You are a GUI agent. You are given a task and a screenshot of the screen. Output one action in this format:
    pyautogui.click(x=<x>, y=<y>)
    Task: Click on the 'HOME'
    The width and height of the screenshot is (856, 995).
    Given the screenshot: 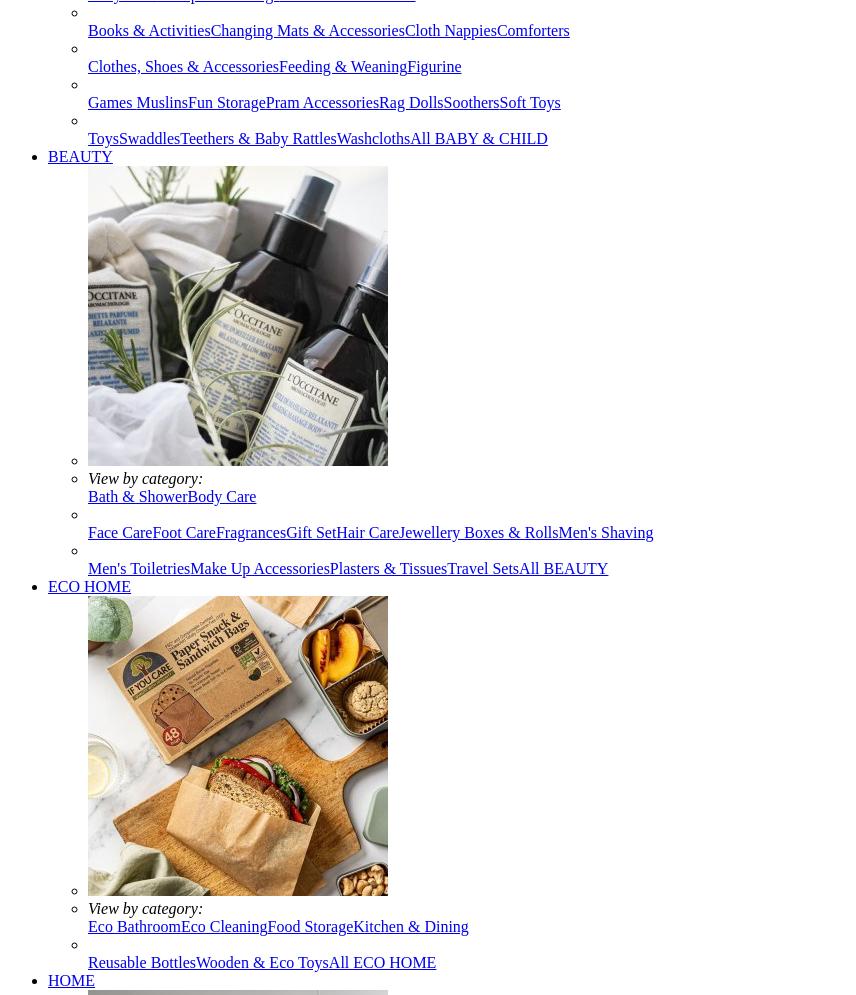 What is the action you would take?
    pyautogui.click(x=47, y=979)
    